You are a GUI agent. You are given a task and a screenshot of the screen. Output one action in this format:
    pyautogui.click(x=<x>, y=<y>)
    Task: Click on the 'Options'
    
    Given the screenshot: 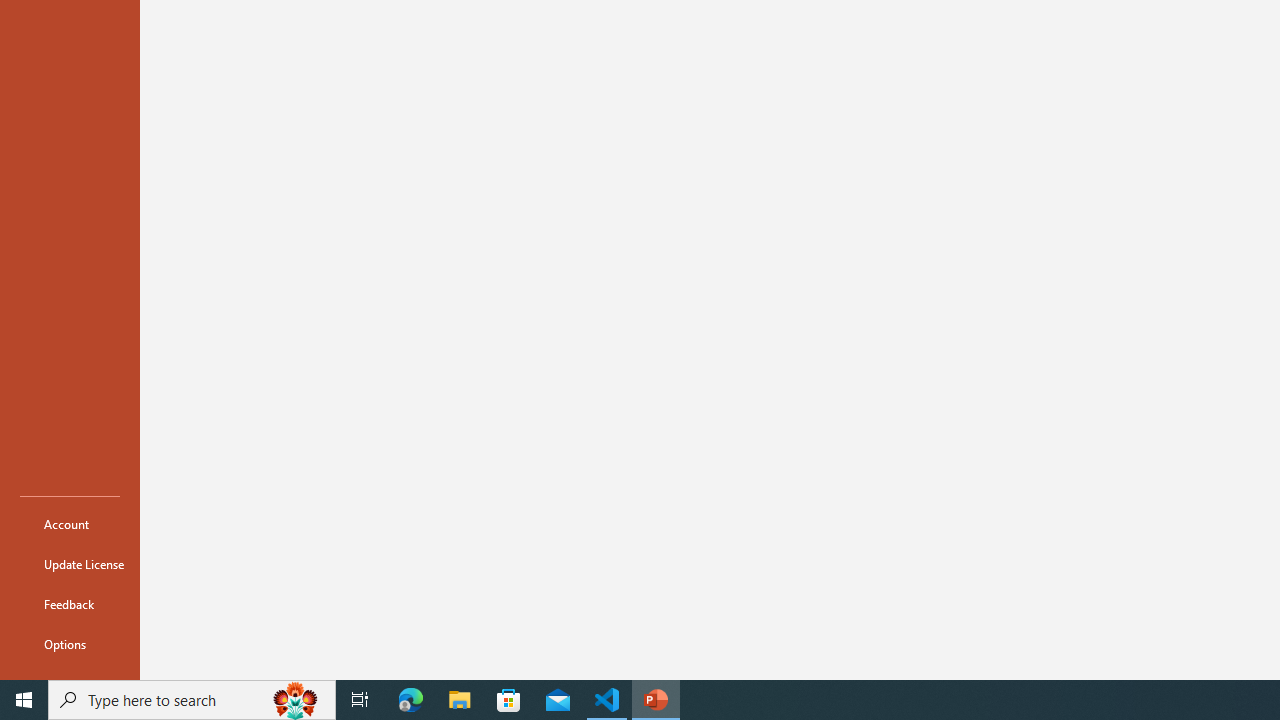 What is the action you would take?
    pyautogui.click(x=69, y=644)
    